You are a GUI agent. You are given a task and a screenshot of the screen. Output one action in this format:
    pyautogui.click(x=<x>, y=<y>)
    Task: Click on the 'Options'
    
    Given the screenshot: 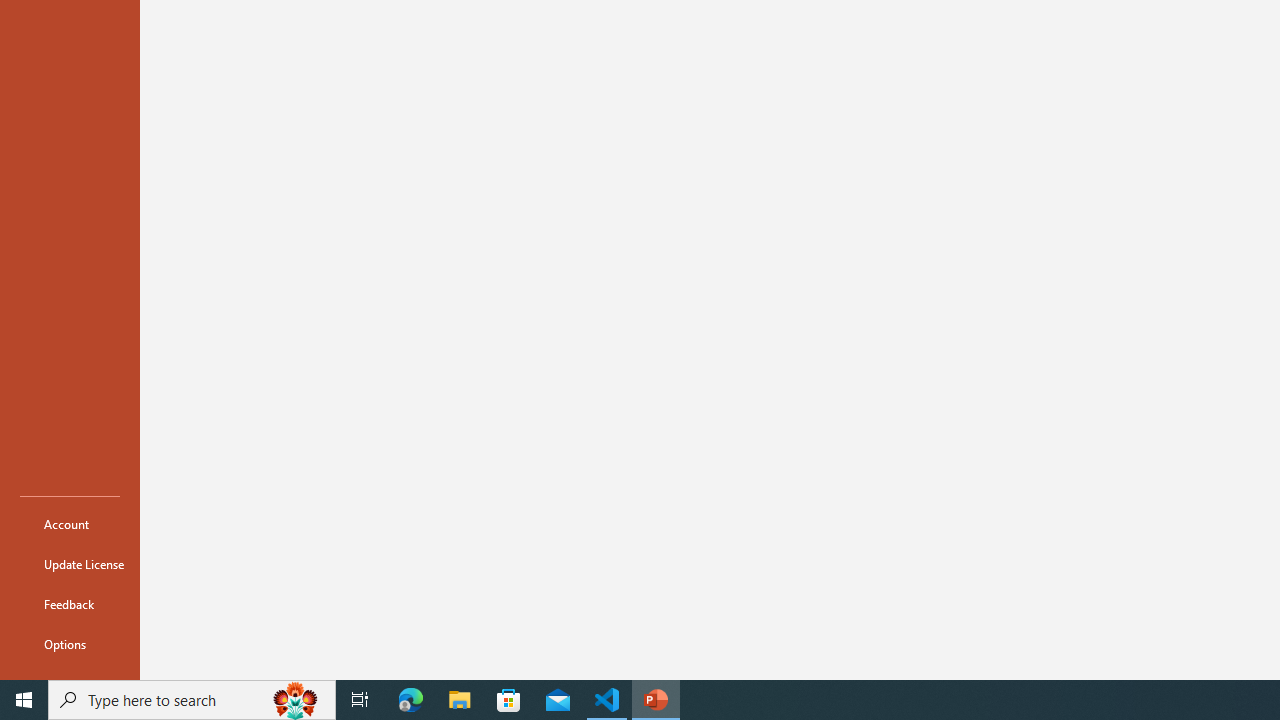 What is the action you would take?
    pyautogui.click(x=69, y=644)
    